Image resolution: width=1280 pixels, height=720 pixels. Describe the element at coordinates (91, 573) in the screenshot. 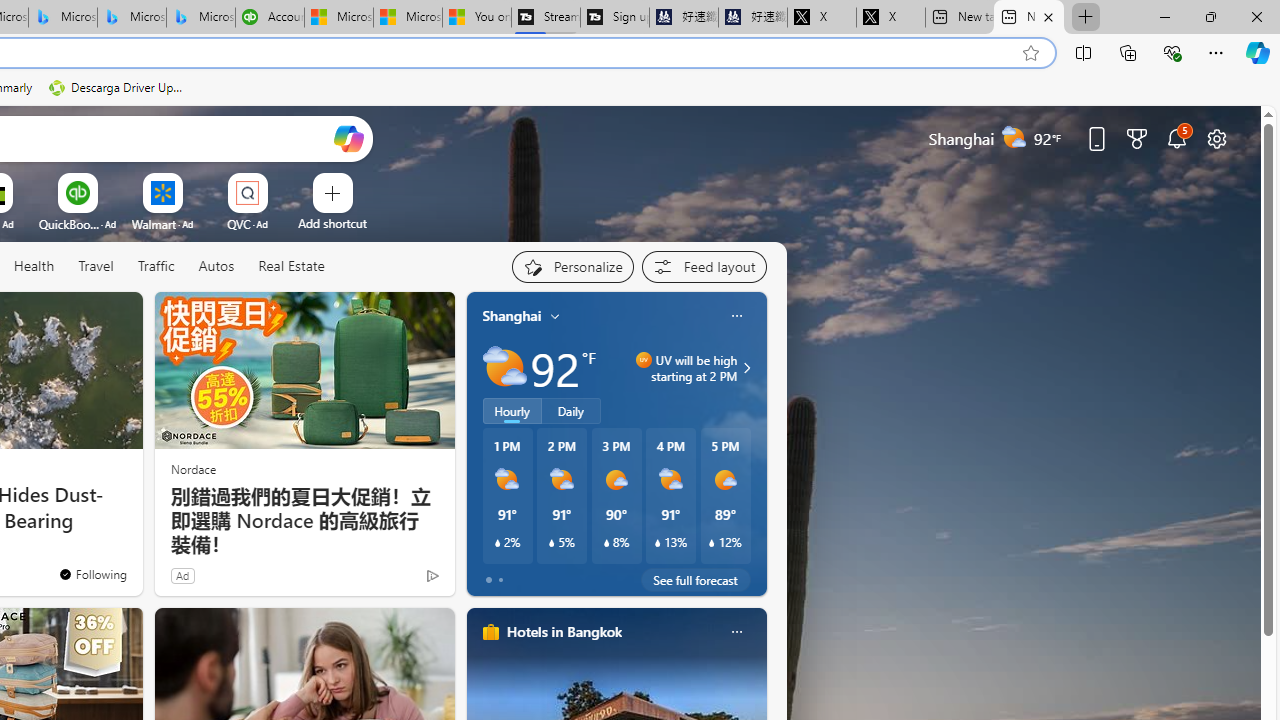

I see `'You'` at that location.